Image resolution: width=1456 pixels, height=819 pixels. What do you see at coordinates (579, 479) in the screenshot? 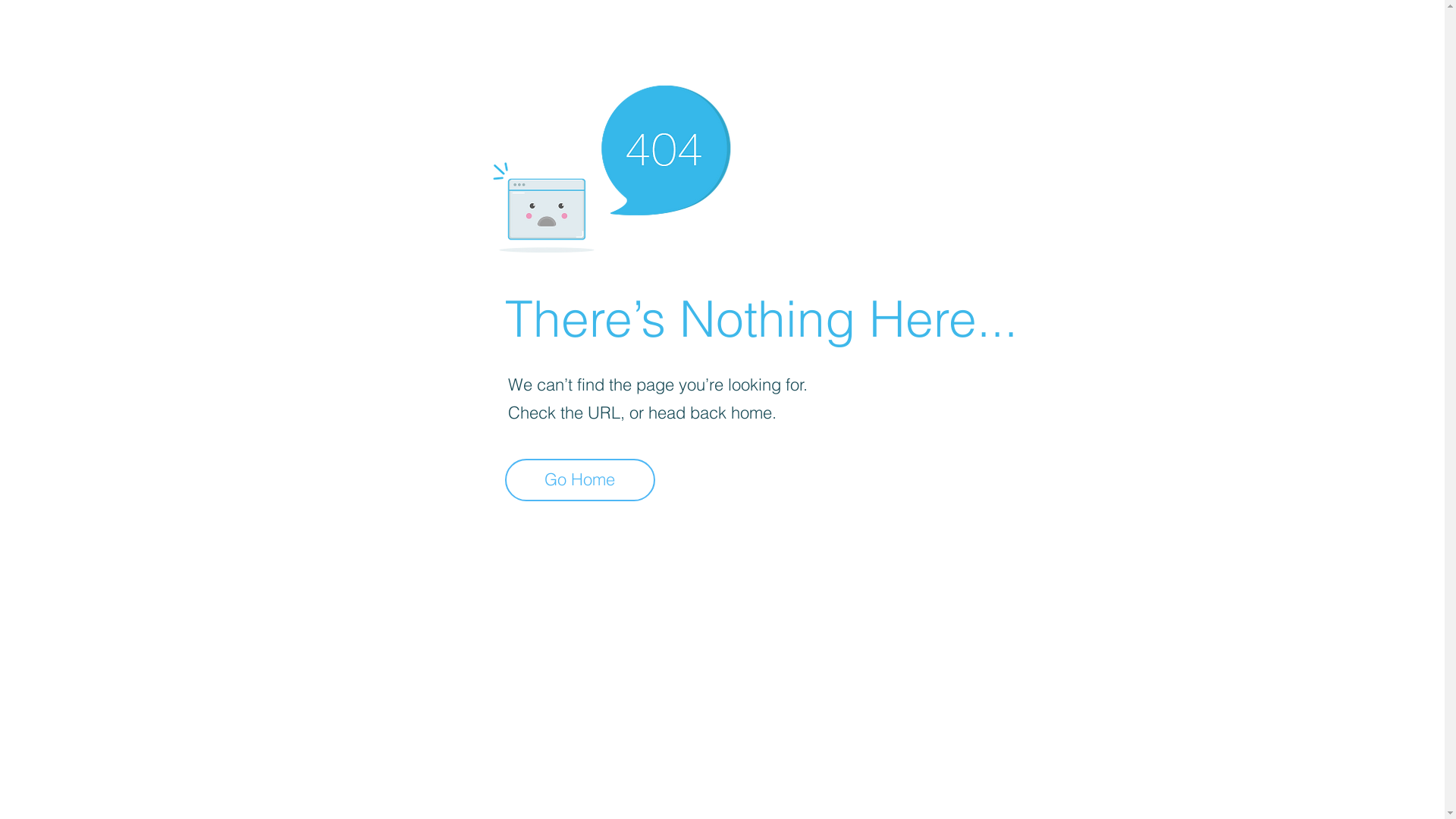
I see `'Go Home'` at bounding box center [579, 479].